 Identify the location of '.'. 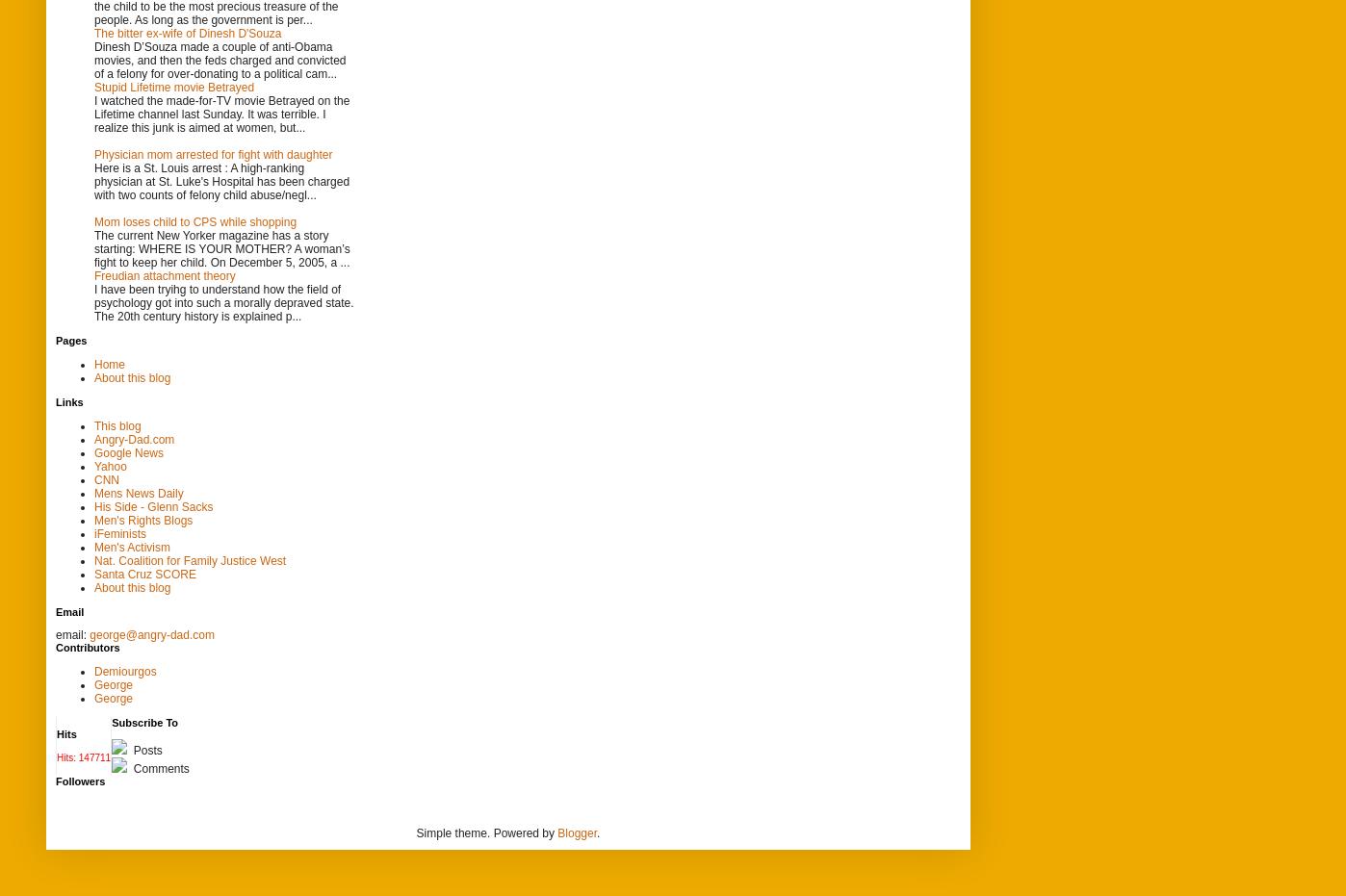
(597, 831).